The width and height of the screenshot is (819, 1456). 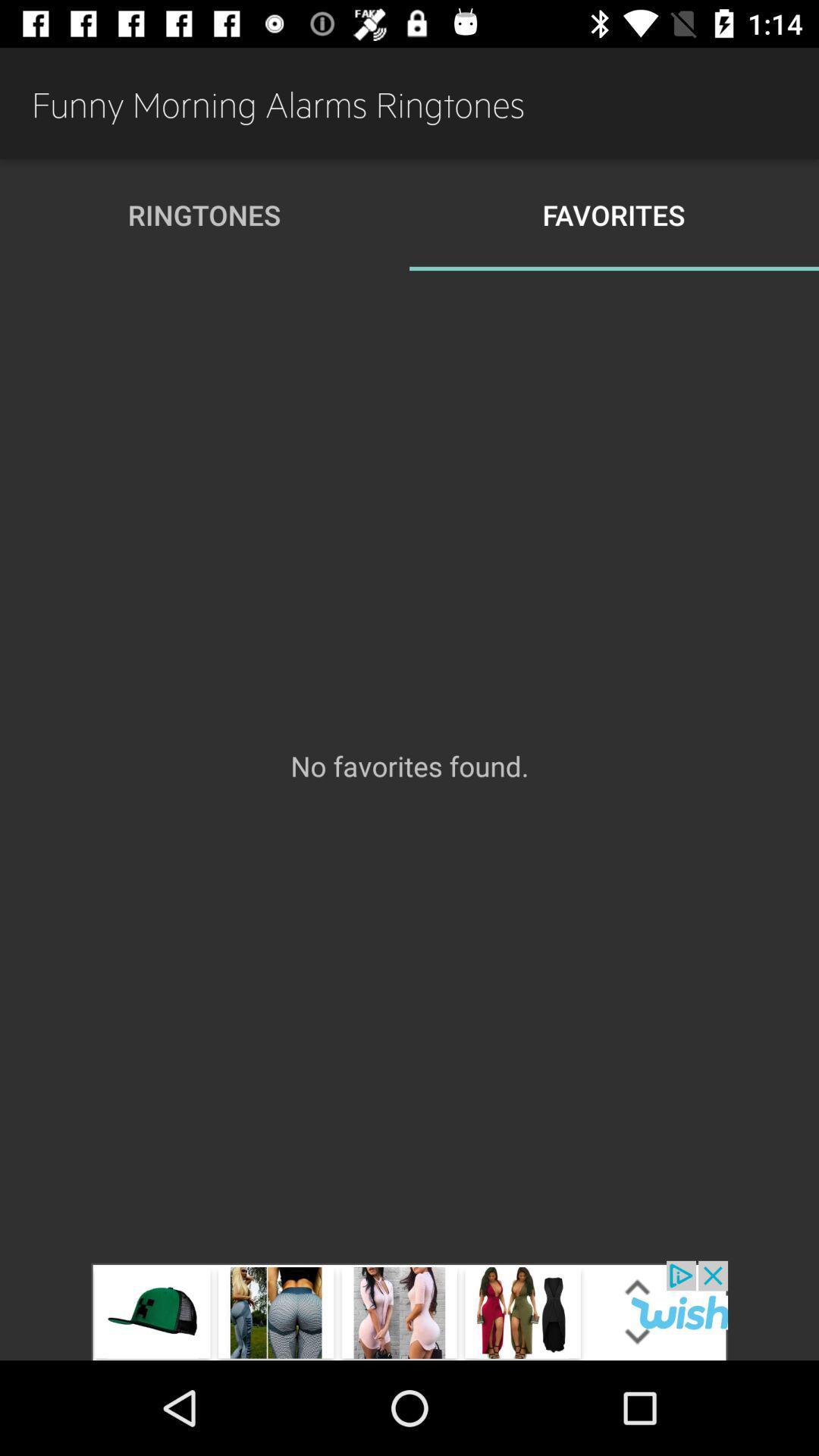 I want to click on open advertisement, so click(x=409, y=1310).